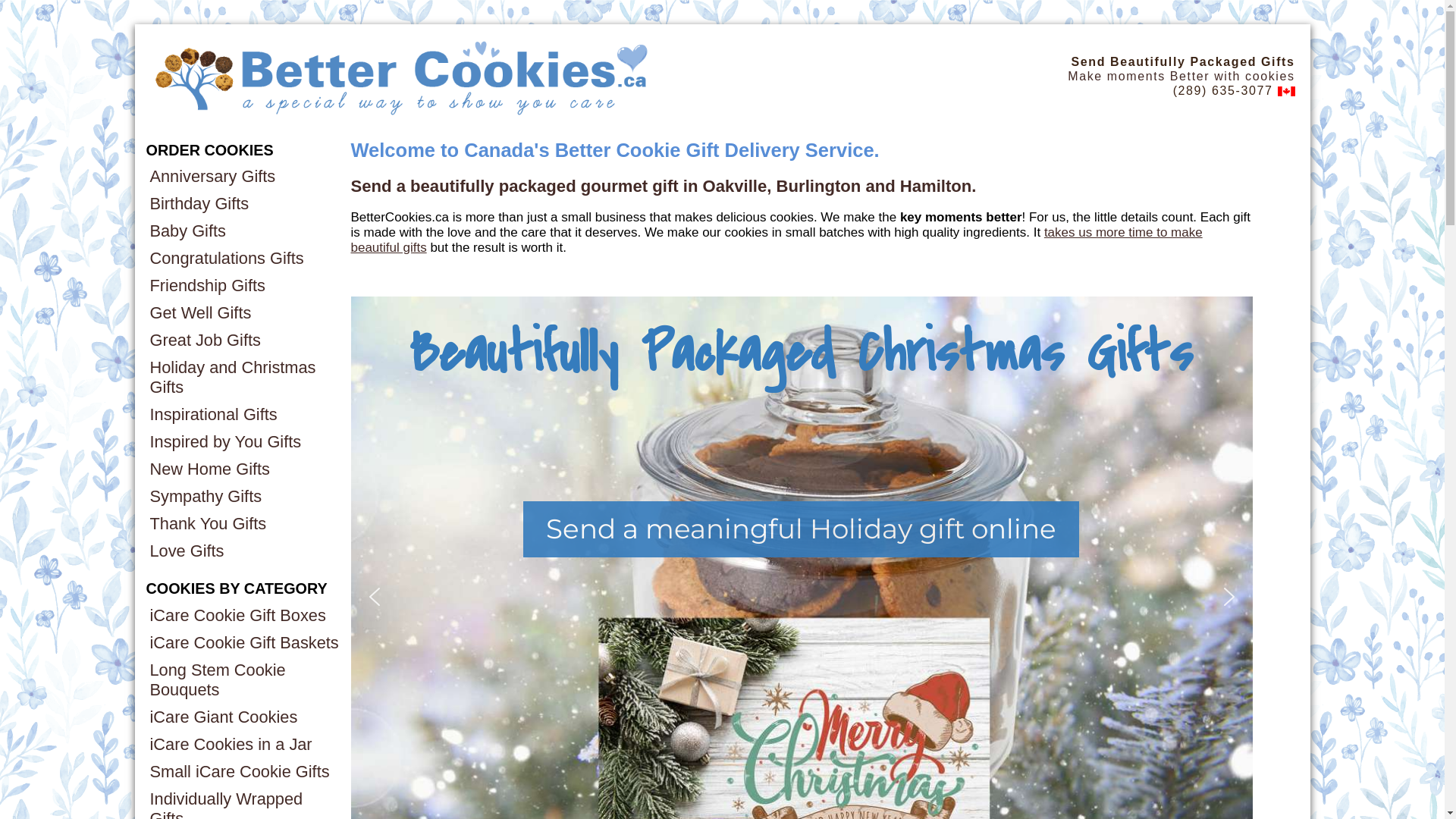  What do you see at coordinates (243, 415) in the screenshot?
I see `'Inspirational Gifts'` at bounding box center [243, 415].